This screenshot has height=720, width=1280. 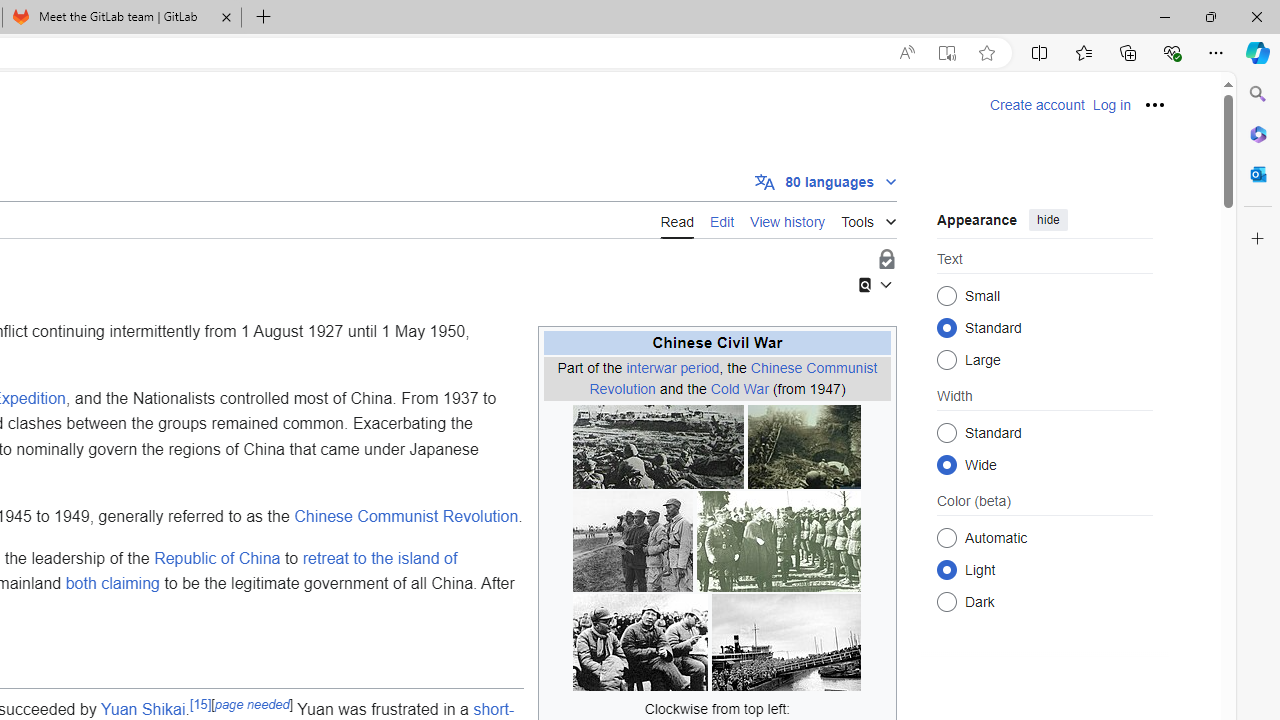 What do you see at coordinates (217, 558) in the screenshot?
I see `'Republic of China'` at bounding box center [217, 558].